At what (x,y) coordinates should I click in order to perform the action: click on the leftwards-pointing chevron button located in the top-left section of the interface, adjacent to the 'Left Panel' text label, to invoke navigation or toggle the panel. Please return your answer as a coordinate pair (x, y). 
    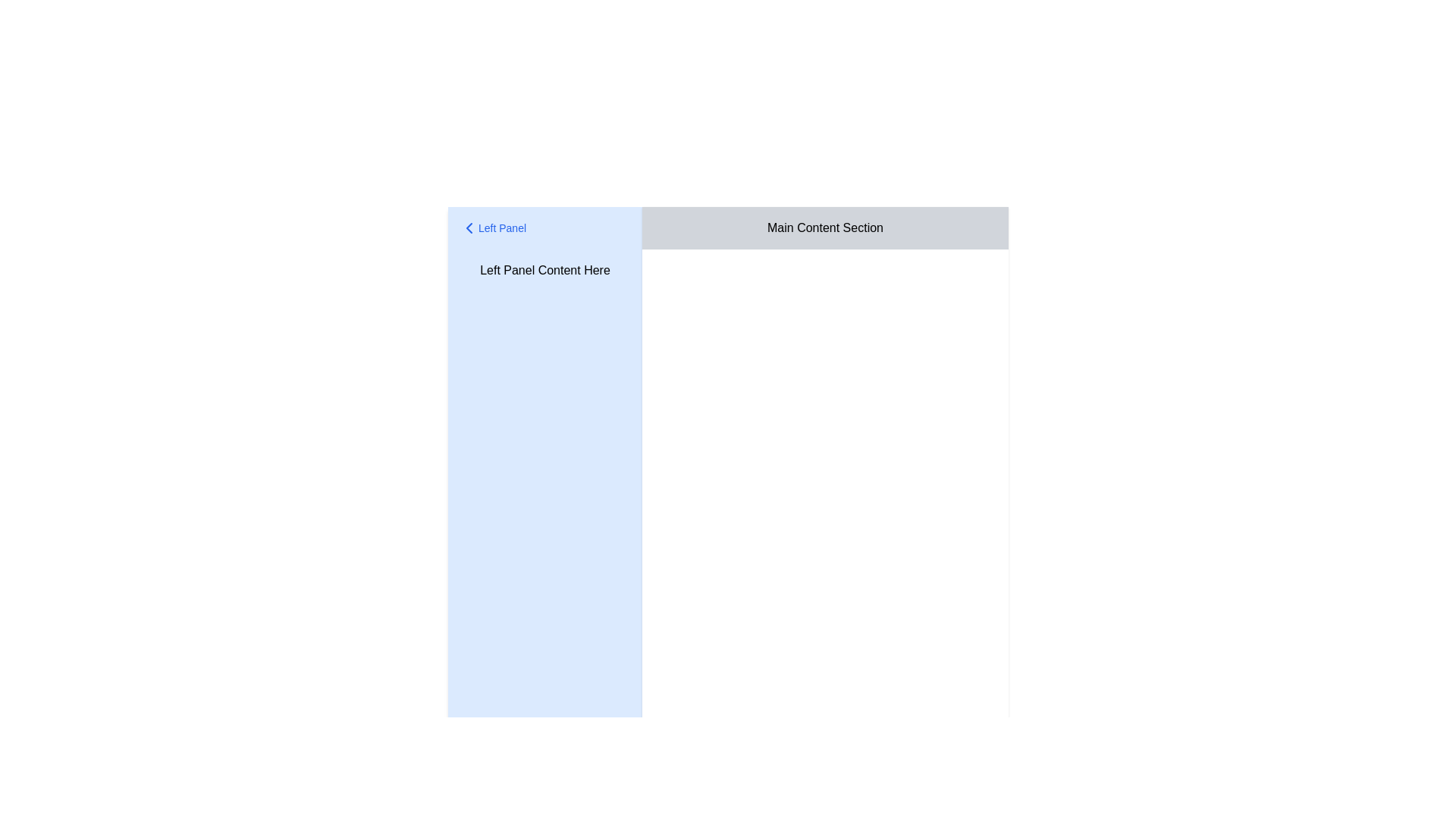
    Looking at the image, I should click on (469, 227).